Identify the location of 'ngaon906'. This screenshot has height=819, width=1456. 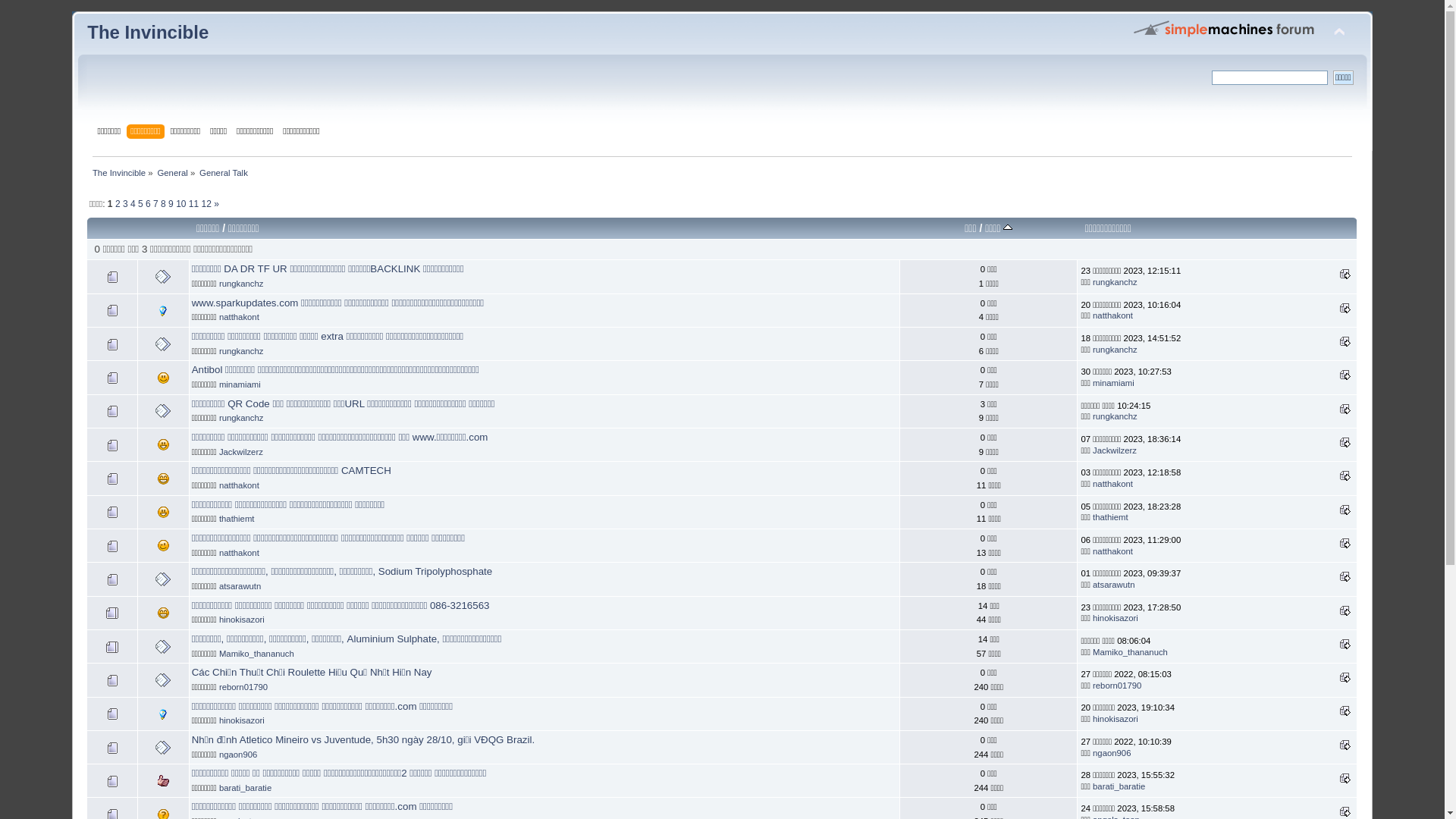
(1092, 752).